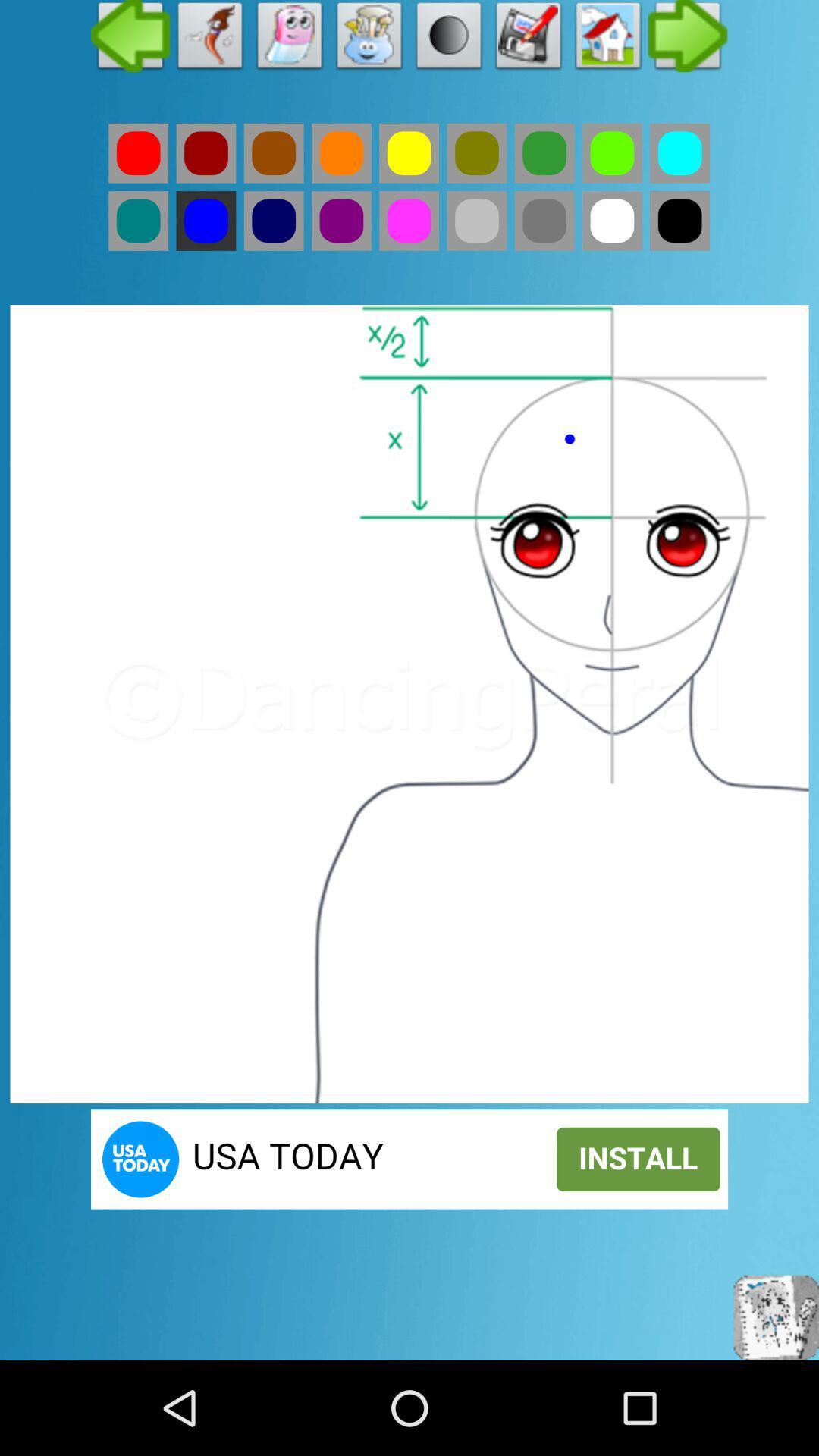  What do you see at coordinates (138, 153) in the screenshot?
I see `go back` at bounding box center [138, 153].